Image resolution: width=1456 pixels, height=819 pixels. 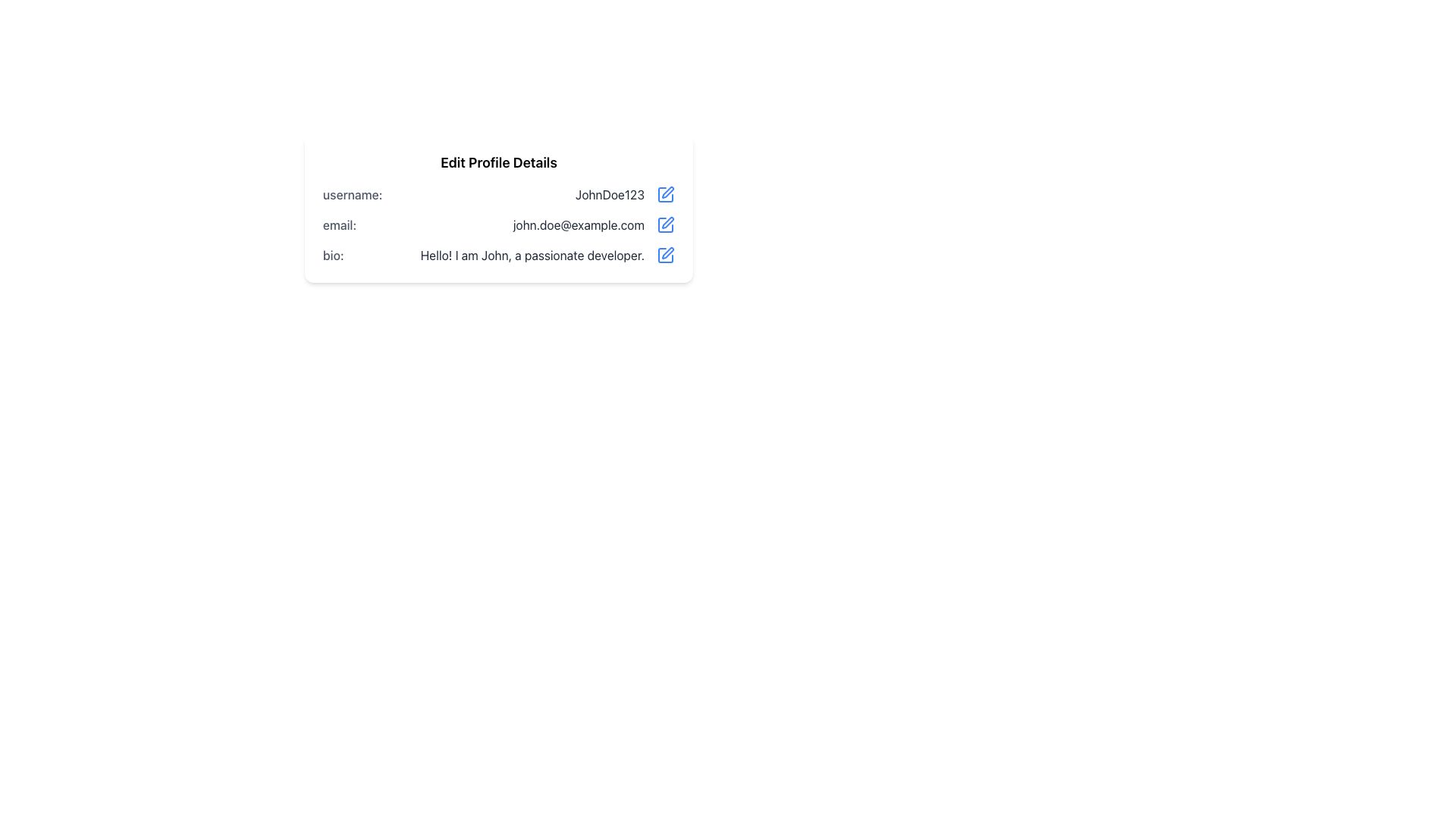 What do you see at coordinates (667, 253) in the screenshot?
I see `on the edit icon located on the right-hand side of the bio text field in the 'Edit Profile Details' section` at bounding box center [667, 253].